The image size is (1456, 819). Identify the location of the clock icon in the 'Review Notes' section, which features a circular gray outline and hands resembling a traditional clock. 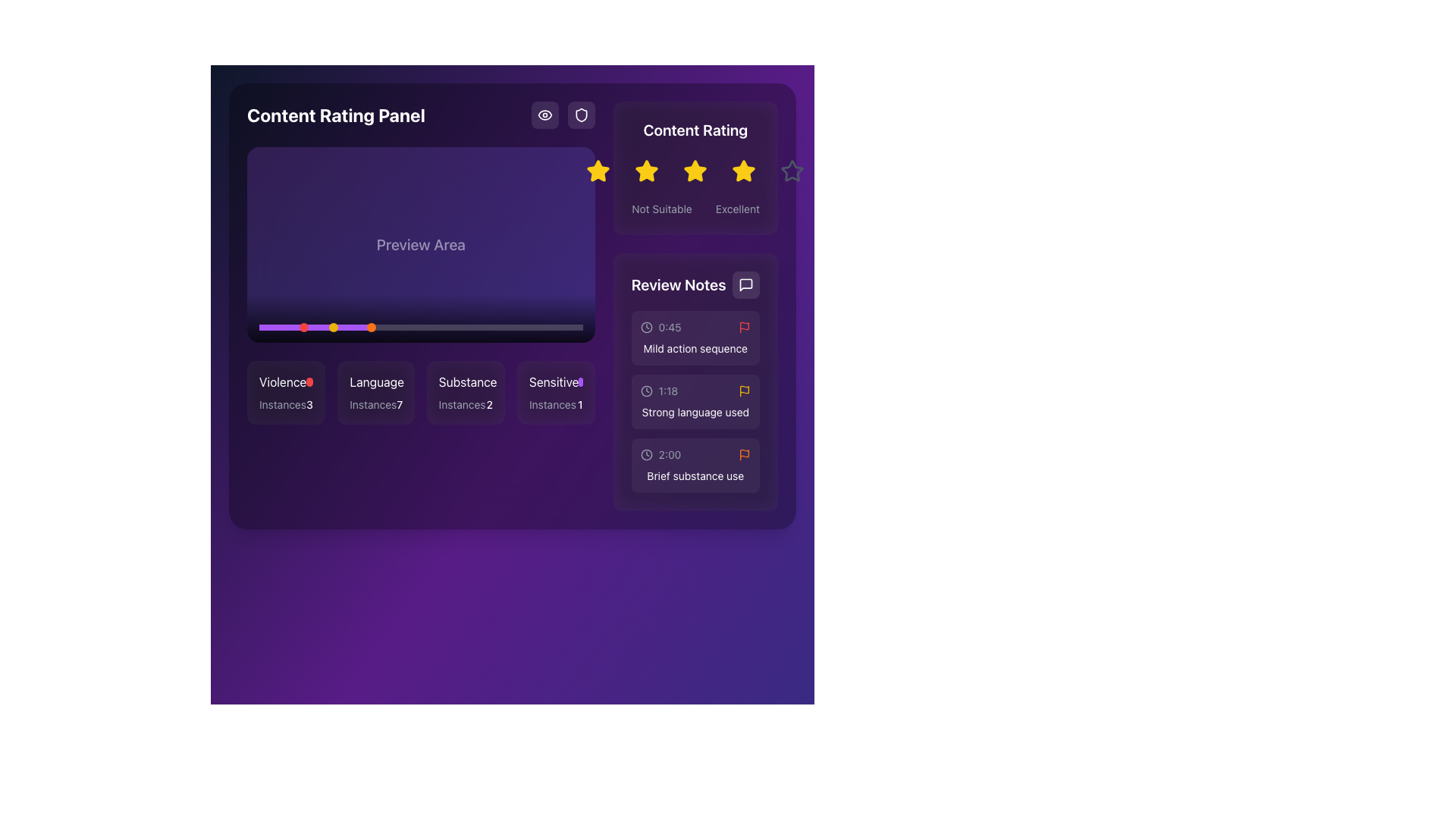
(646, 454).